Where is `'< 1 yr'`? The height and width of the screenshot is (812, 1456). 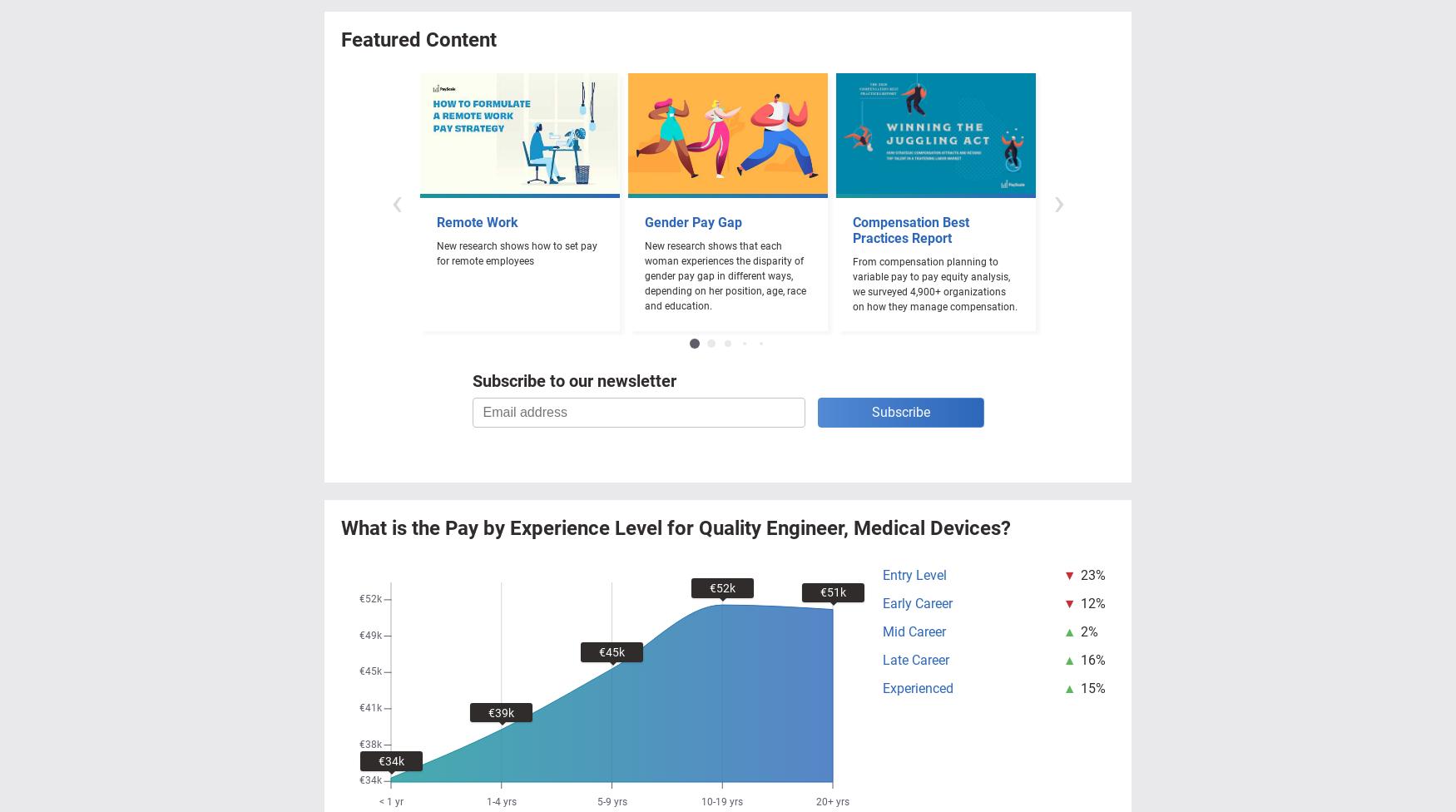 '< 1 yr' is located at coordinates (390, 800).